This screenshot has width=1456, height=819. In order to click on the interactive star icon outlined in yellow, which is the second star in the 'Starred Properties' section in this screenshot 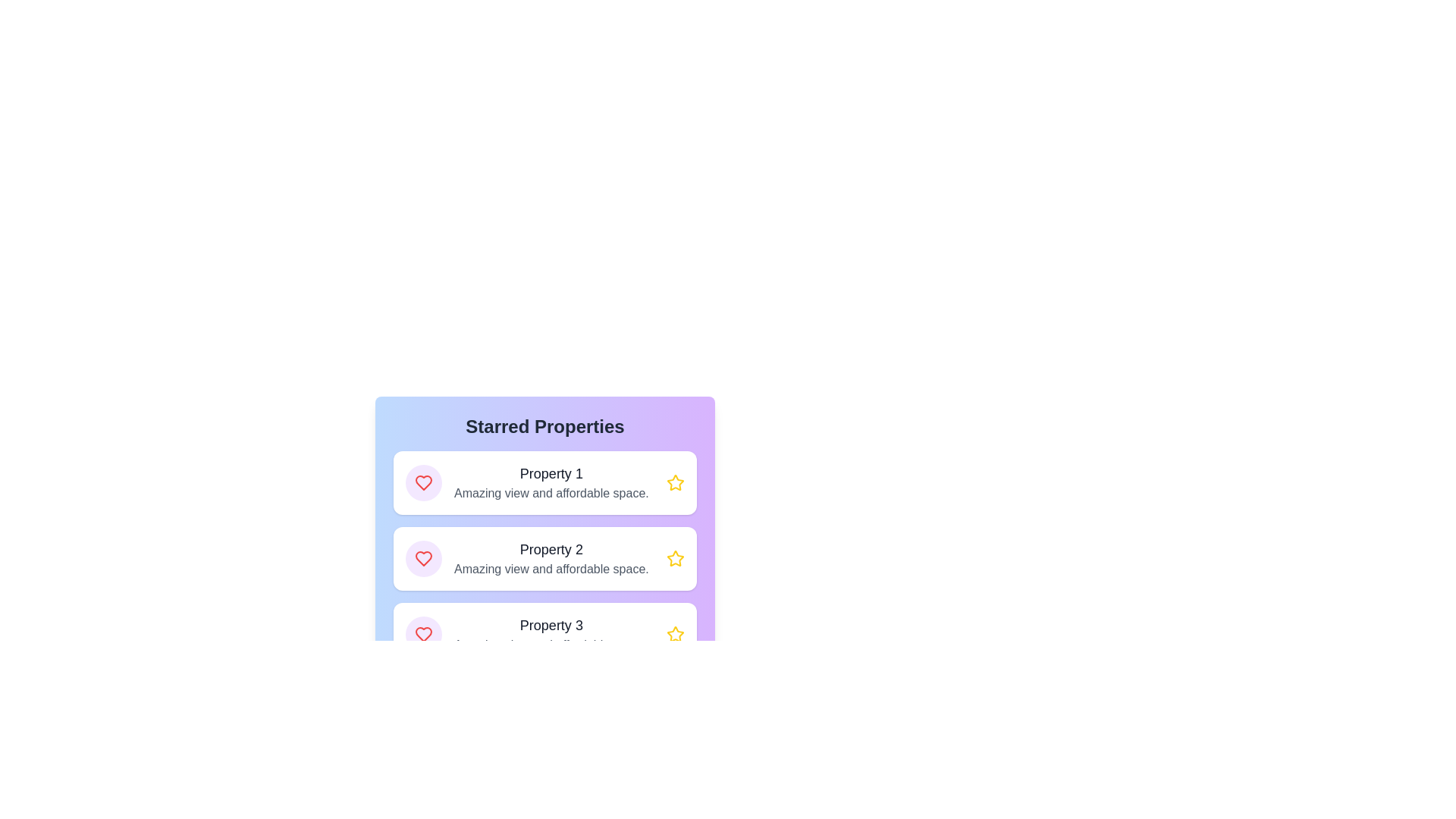, I will do `click(675, 558)`.